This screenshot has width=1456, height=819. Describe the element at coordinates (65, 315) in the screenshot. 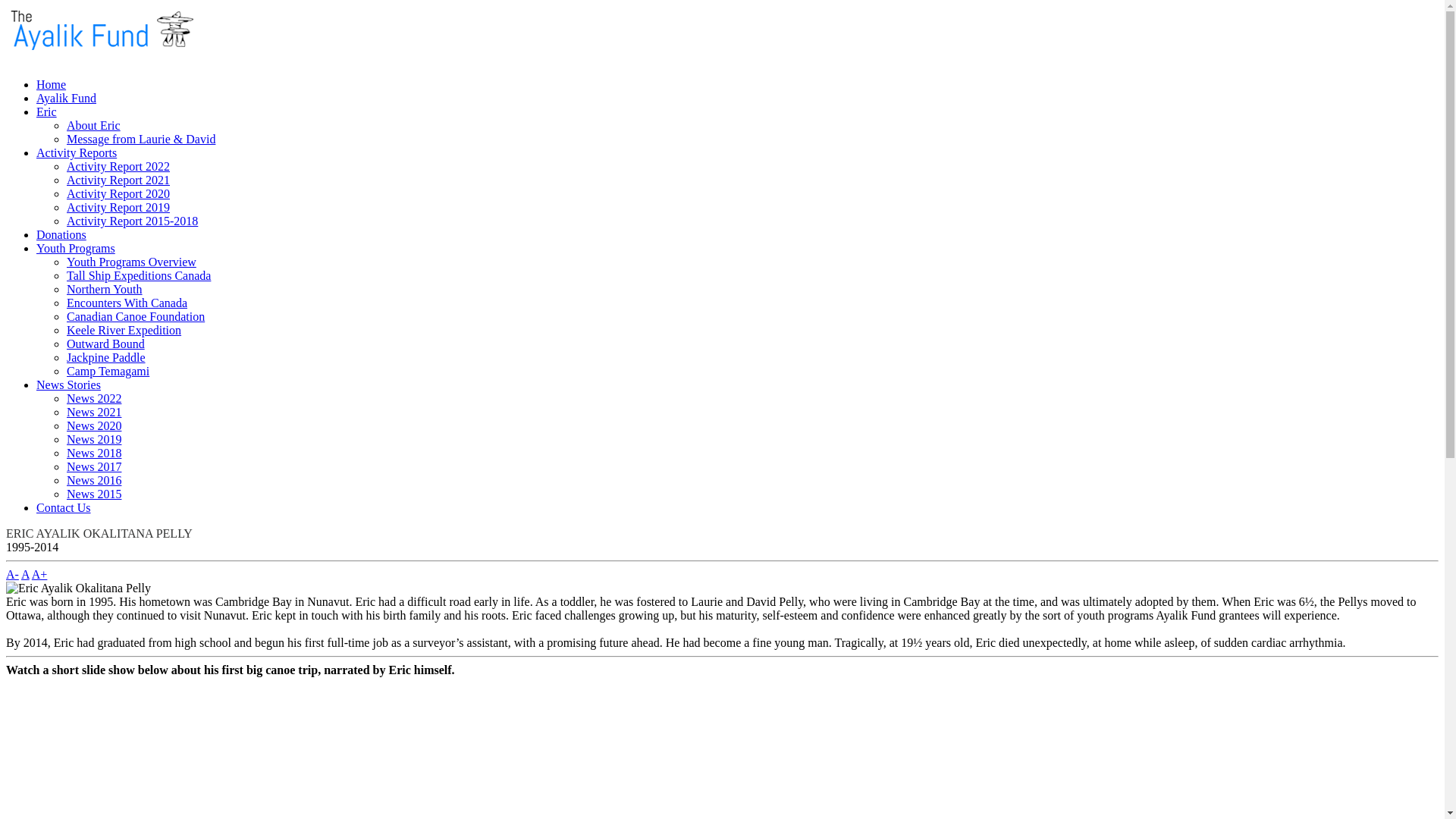

I see `'Canadian Canoe Foundation'` at that location.